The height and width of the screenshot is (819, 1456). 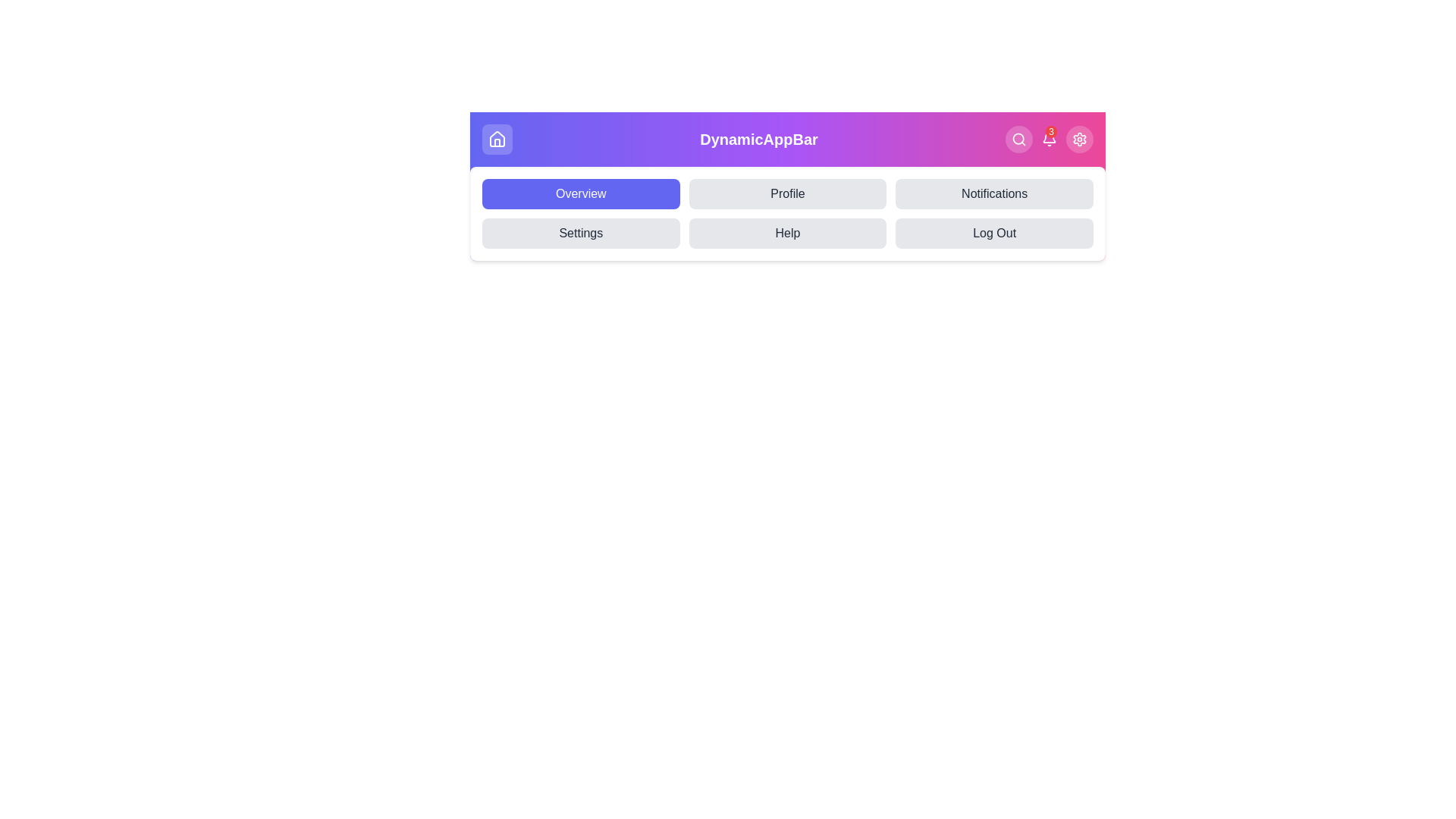 What do you see at coordinates (580, 234) in the screenshot?
I see `the Settings tab in the navigation menu` at bounding box center [580, 234].